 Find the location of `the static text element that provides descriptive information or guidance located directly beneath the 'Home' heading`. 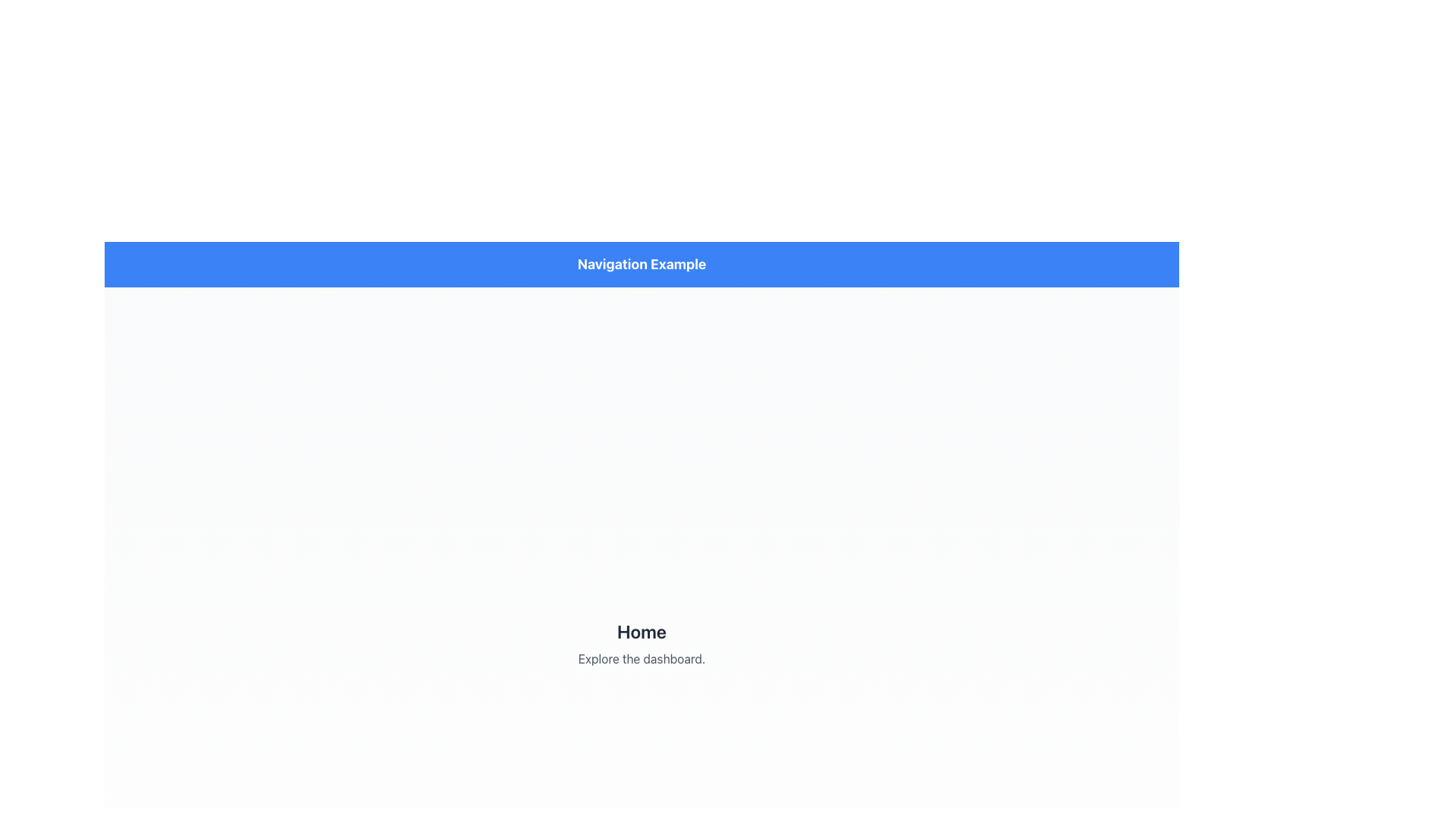

the static text element that provides descriptive information or guidance located directly beneath the 'Home' heading is located at coordinates (642, 657).